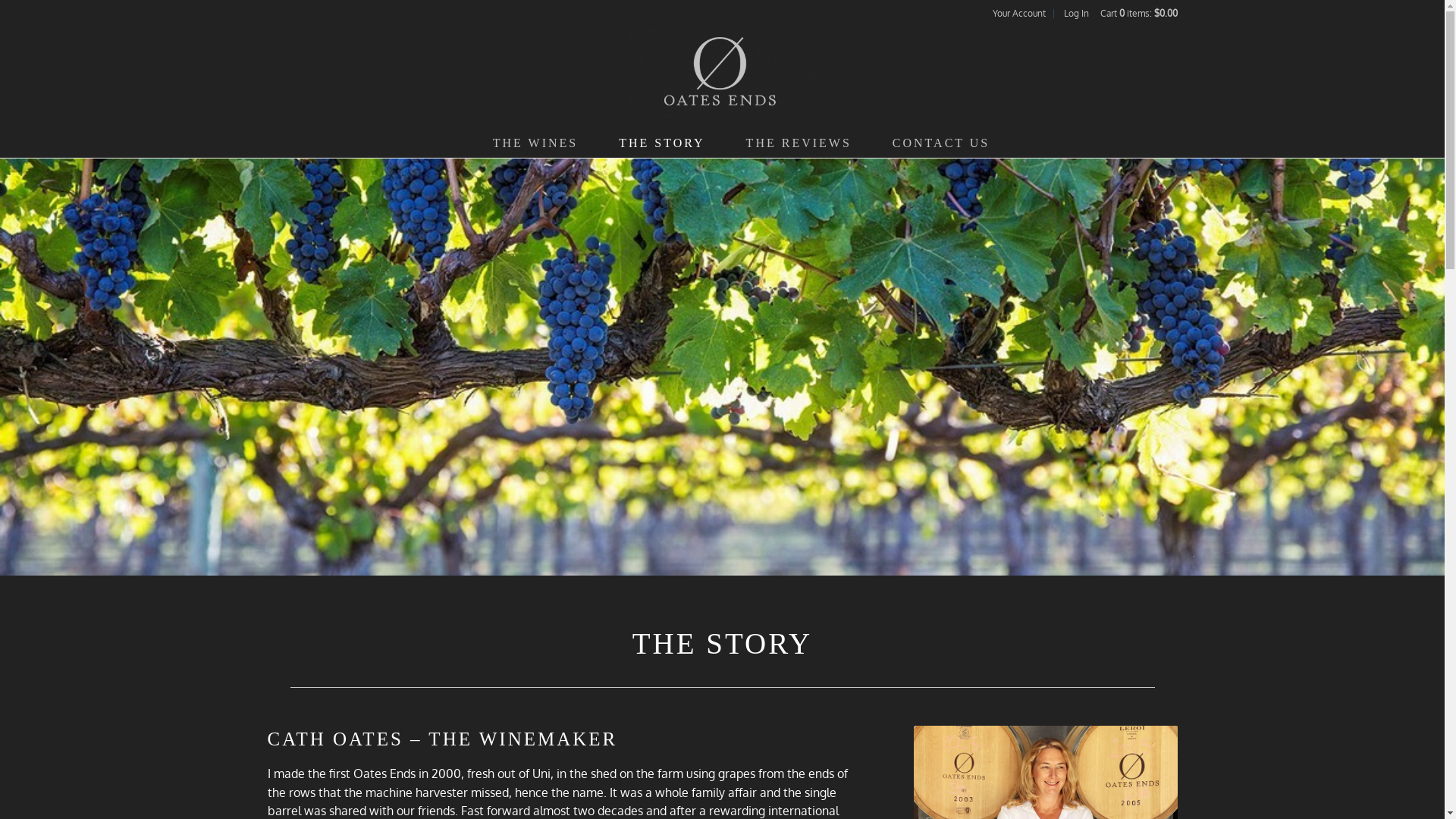  What do you see at coordinates (940, 143) in the screenshot?
I see `'CONTACT US'` at bounding box center [940, 143].